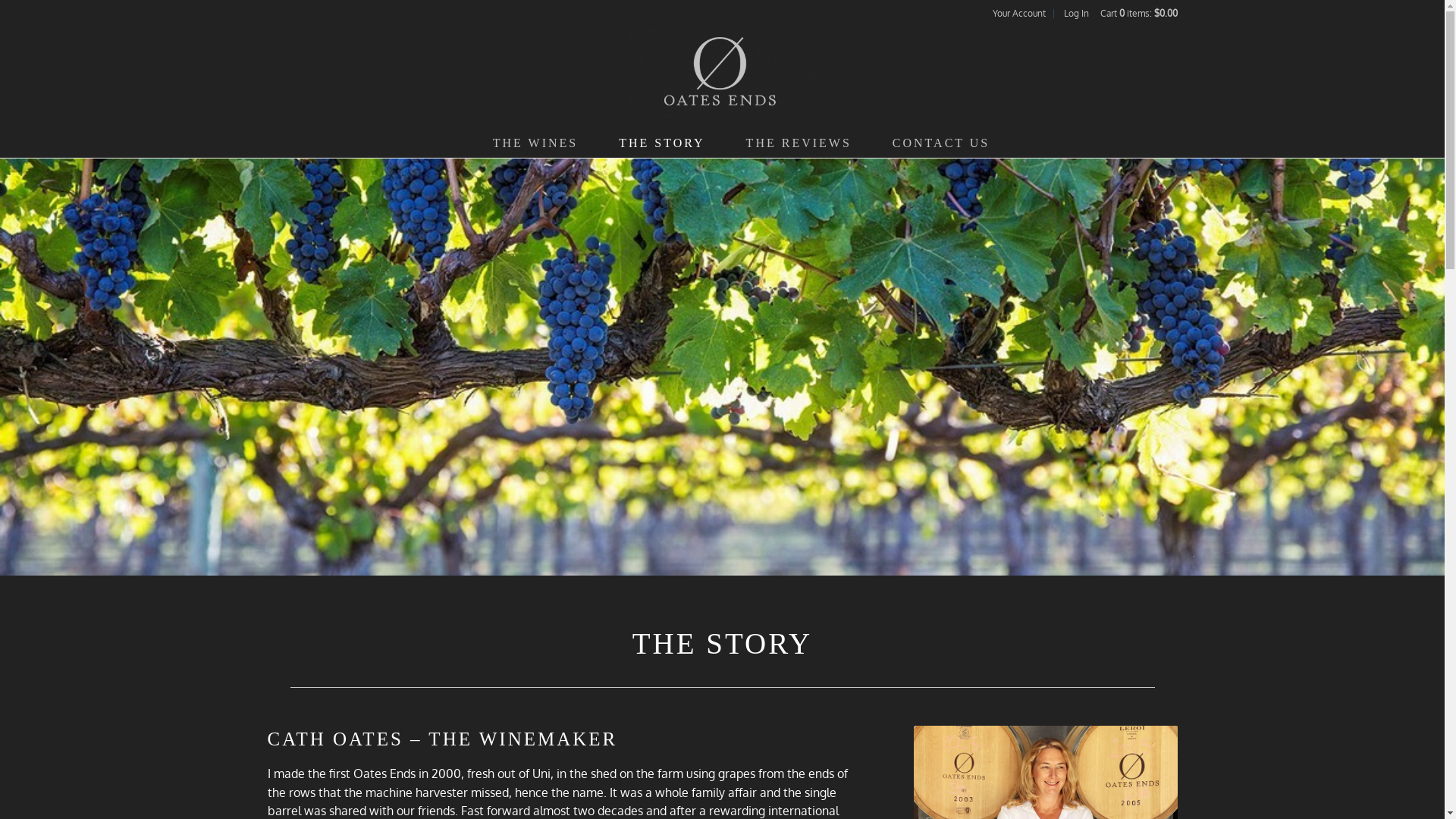  What do you see at coordinates (940, 143) in the screenshot?
I see `'CONTACT US'` at bounding box center [940, 143].